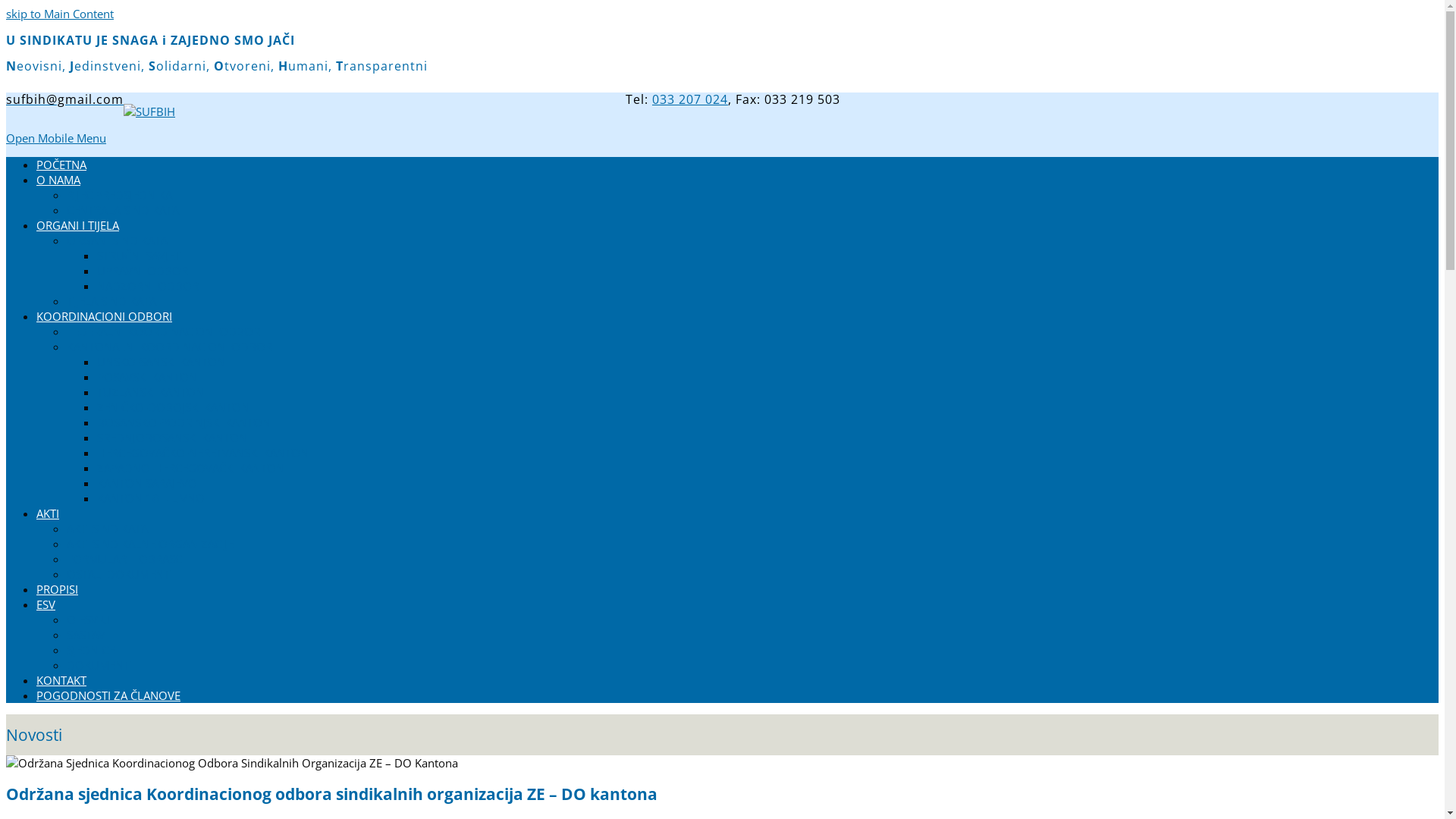 The width and height of the screenshot is (1456, 819). What do you see at coordinates (171, 346) in the screenshot?
I see `'KANTONALNI KOORDINACIONI ODBORI'` at bounding box center [171, 346].